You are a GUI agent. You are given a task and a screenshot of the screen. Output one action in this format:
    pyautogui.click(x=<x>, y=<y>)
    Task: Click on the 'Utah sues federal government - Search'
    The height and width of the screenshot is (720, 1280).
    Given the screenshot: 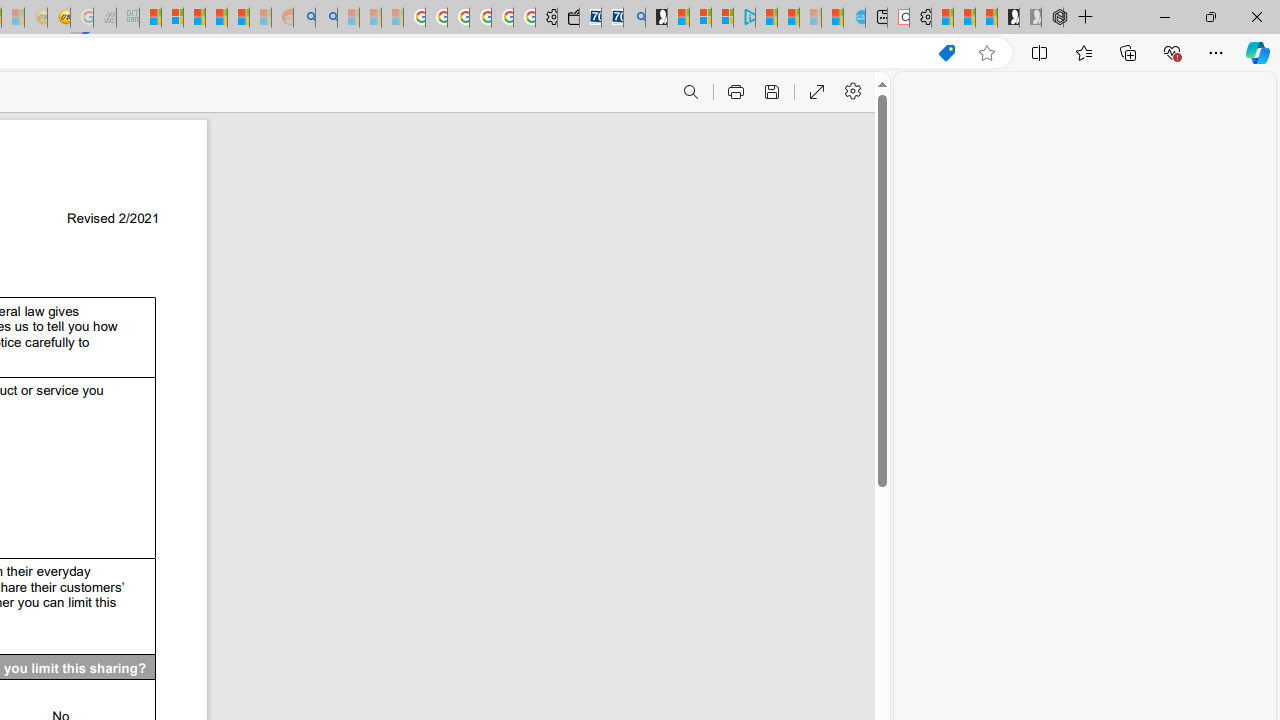 What is the action you would take?
    pyautogui.click(x=326, y=17)
    